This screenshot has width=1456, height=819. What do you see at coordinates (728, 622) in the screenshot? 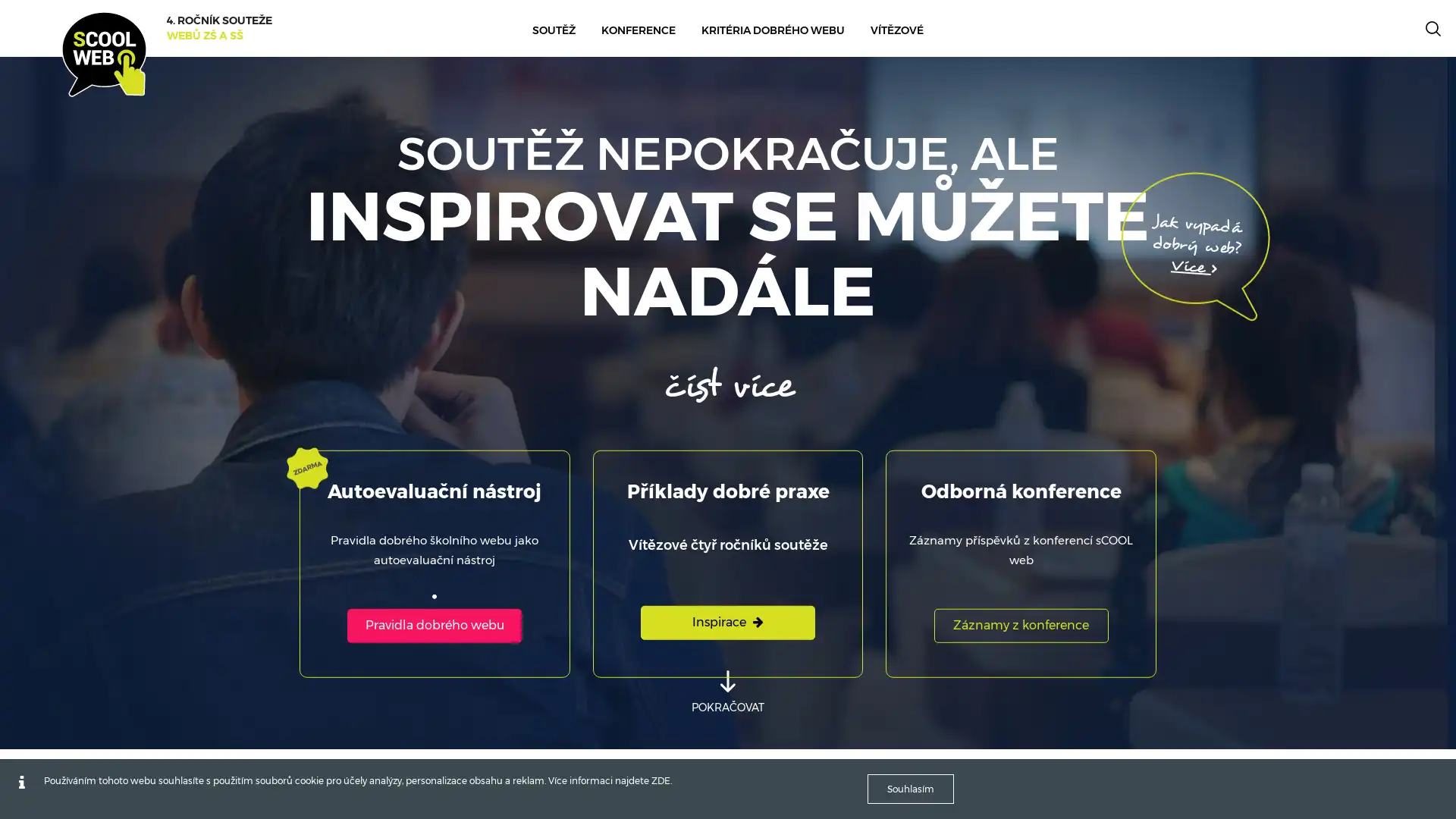
I see `Inspirace` at bounding box center [728, 622].